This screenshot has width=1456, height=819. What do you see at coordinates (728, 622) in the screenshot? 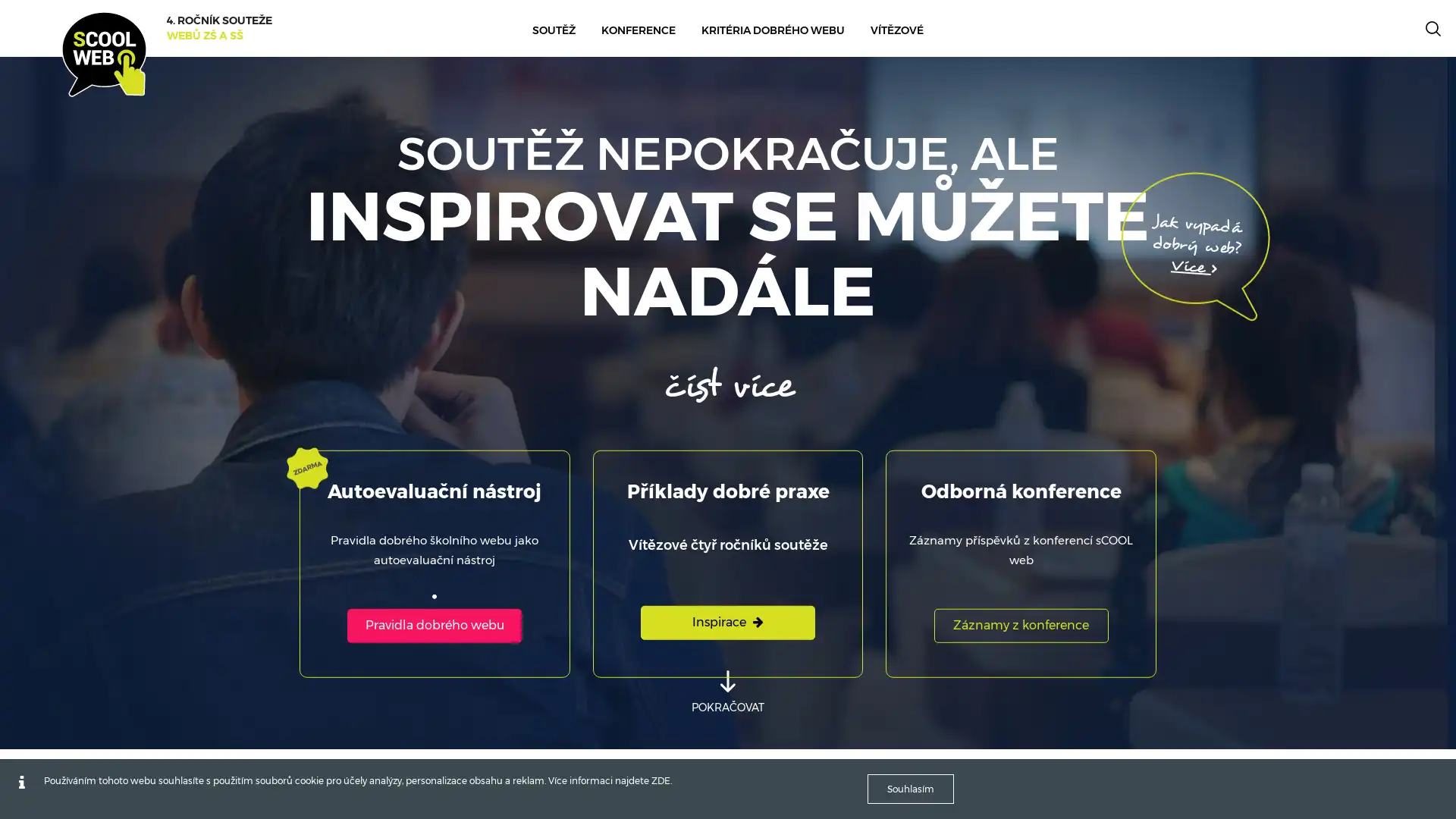
I see `Inspirace` at bounding box center [728, 622].